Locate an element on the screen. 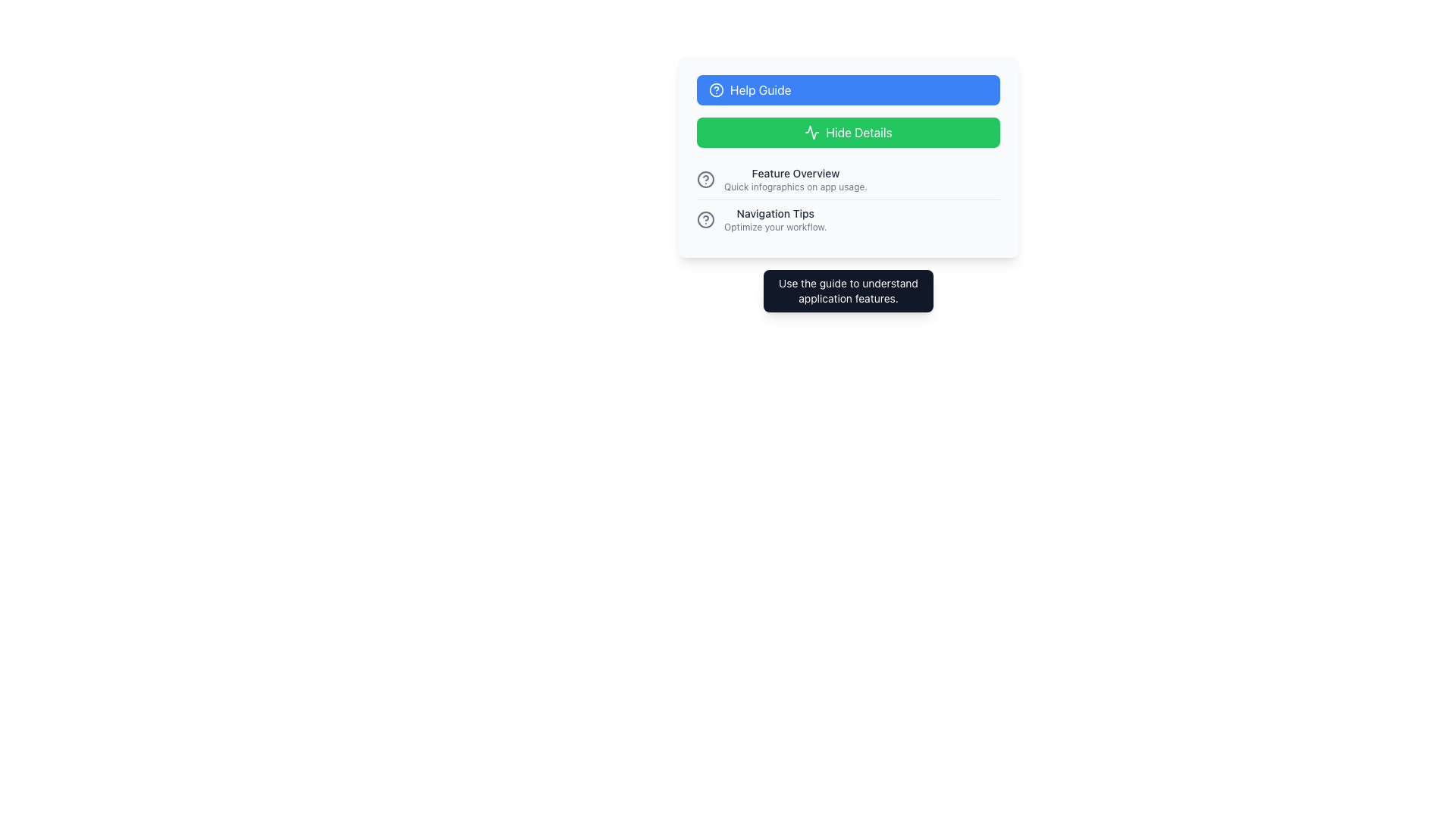  the SVG circle element with a radius of 10 units, which is part of an SVG graphic adjacent to the 'Help Guide' section is located at coordinates (705, 219).